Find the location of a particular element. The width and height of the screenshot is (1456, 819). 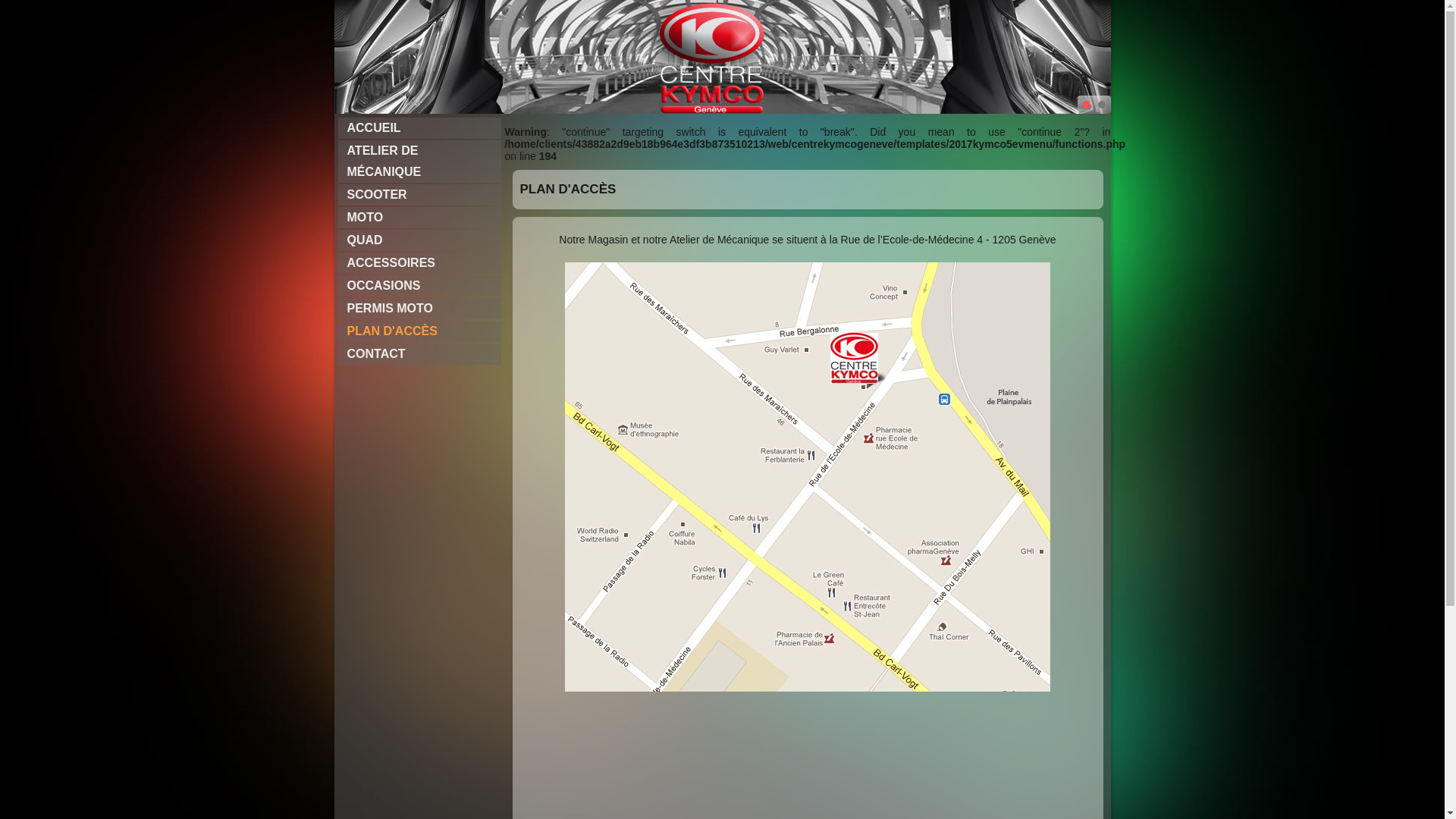

'OCCASIONS' is located at coordinates (419, 286).